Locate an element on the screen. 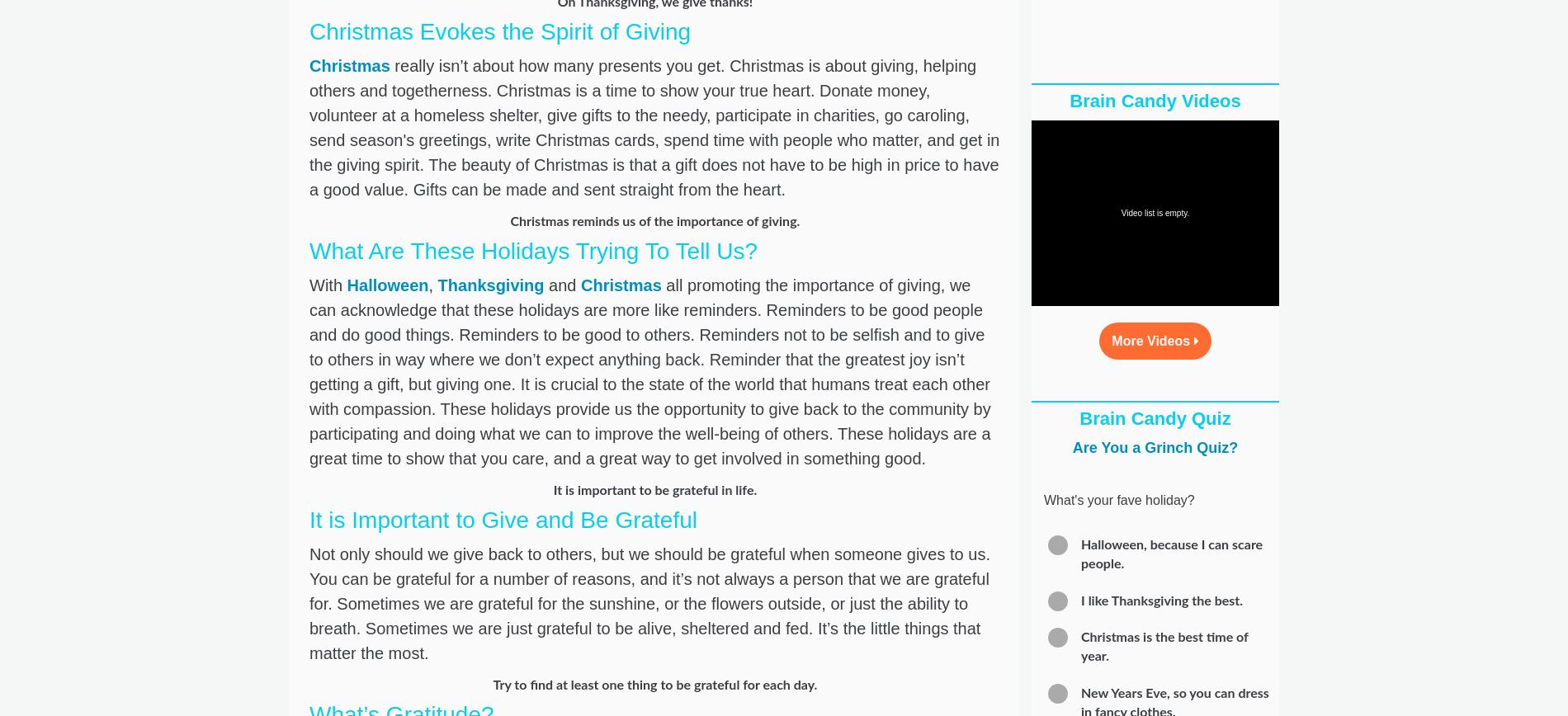 The height and width of the screenshot is (716, 1568). 'More Videos' is located at coordinates (1151, 341).